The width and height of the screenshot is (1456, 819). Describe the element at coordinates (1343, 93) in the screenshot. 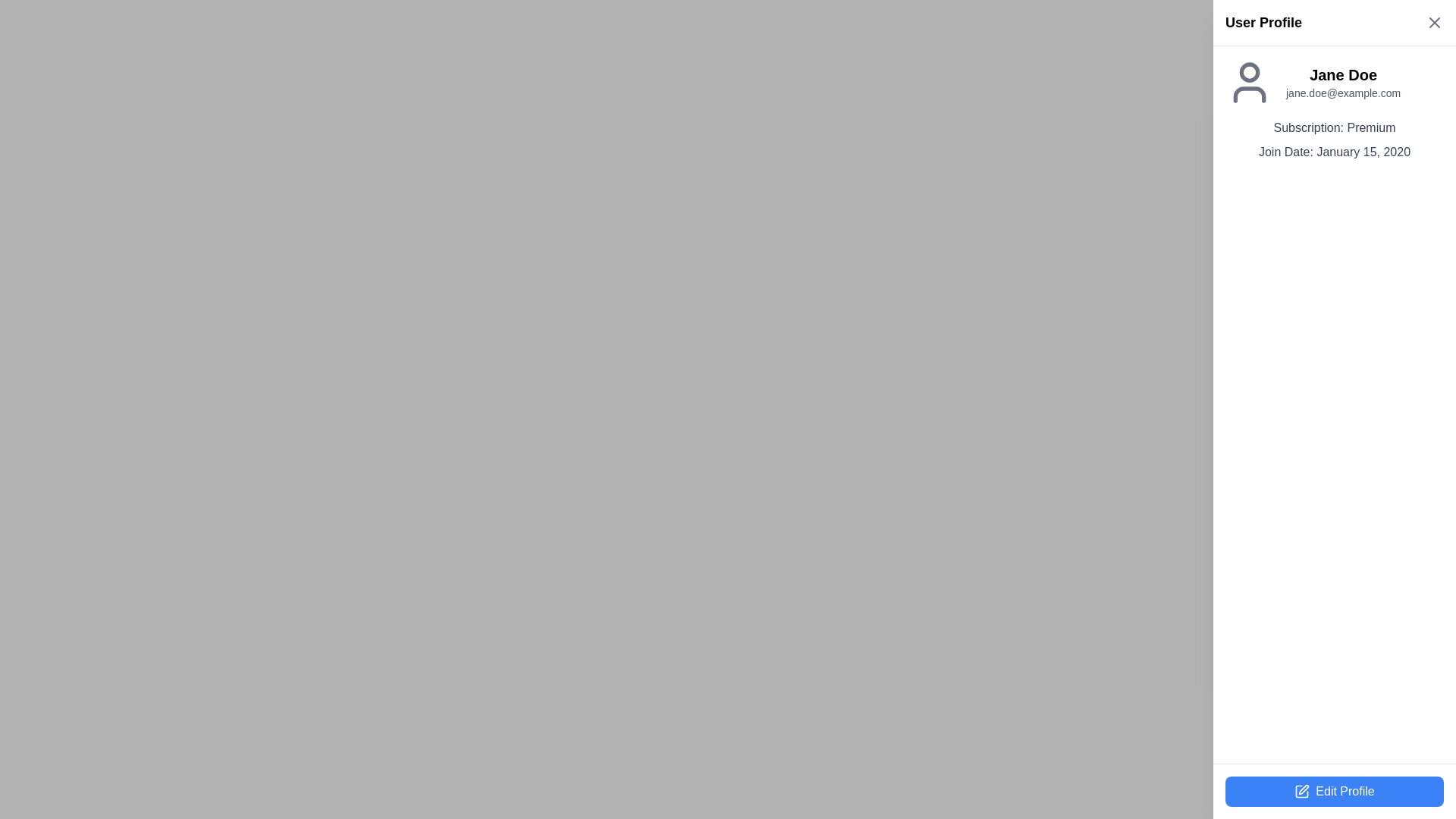

I see `the text label displaying the email address associated with the profile of 'Jane Doe' in the User Profile section` at that location.